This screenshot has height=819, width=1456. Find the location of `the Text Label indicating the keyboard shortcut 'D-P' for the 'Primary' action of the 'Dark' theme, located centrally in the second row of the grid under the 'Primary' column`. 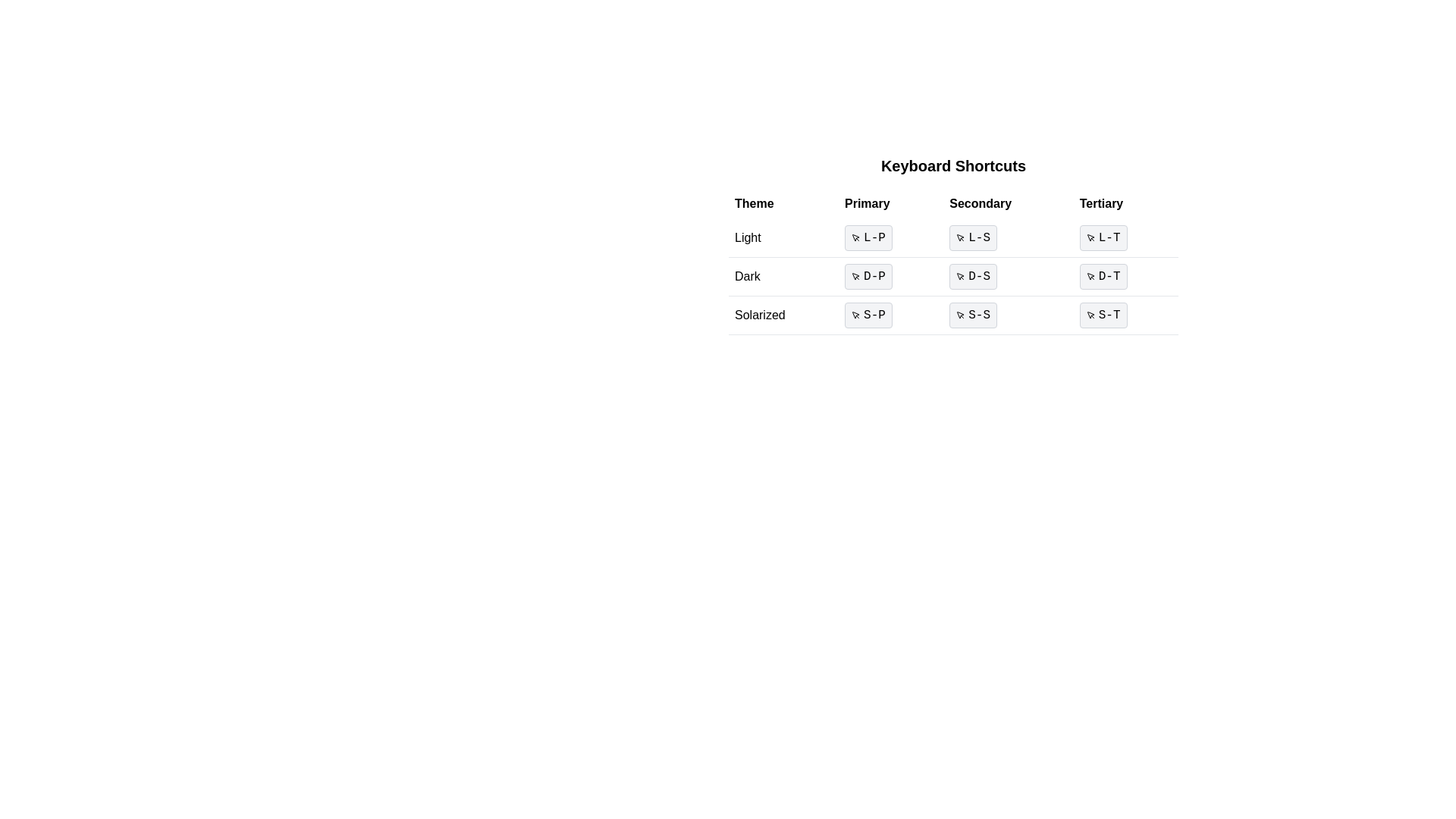

the Text Label indicating the keyboard shortcut 'D-P' for the 'Primary' action of the 'Dark' theme, located centrally in the second row of the grid under the 'Primary' column is located at coordinates (874, 277).